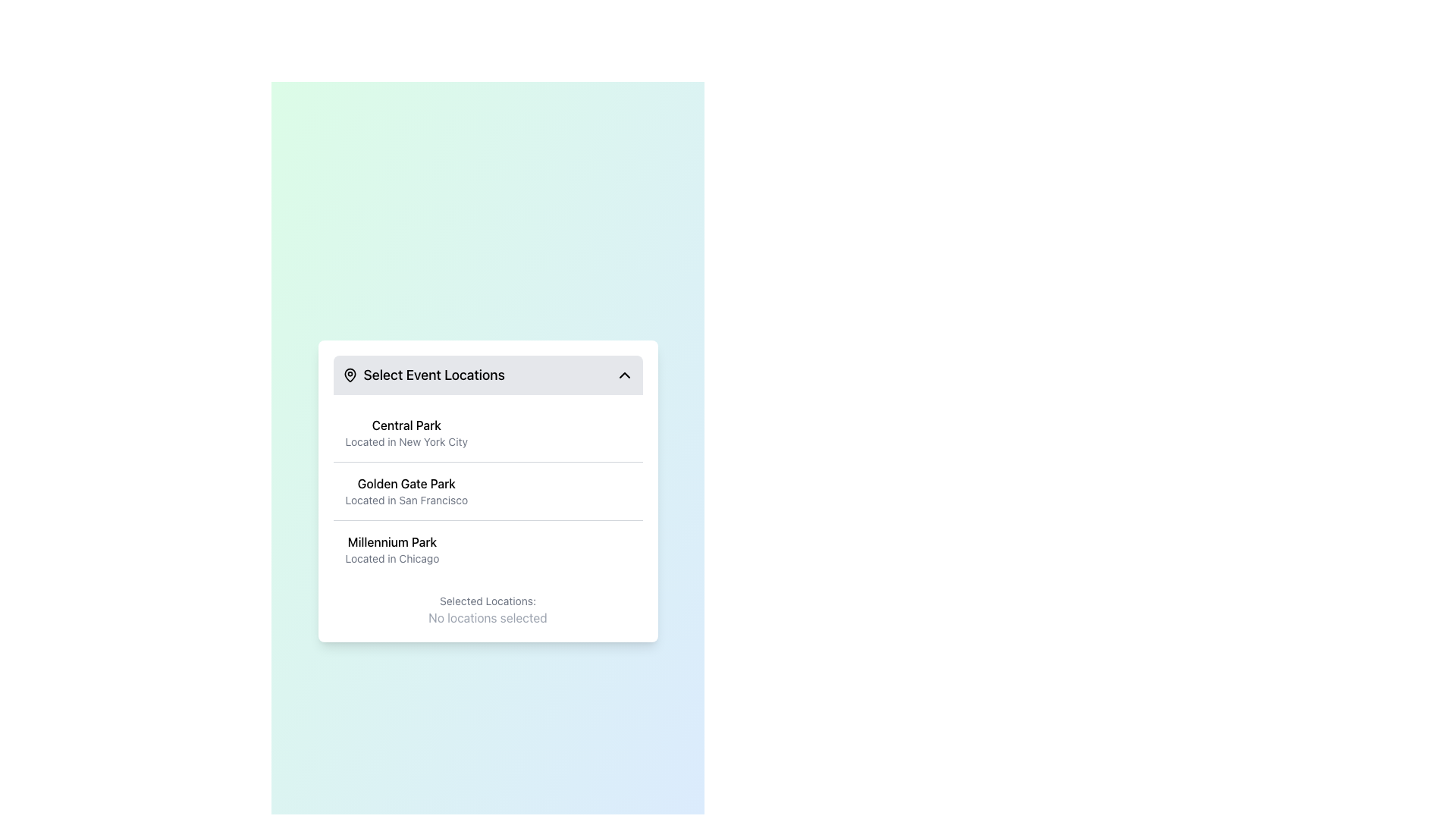  What do you see at coordinates (406, 432) in the screenshot?
I see `the text element displaying 'Central Park'` at bounding box center [406, 432].